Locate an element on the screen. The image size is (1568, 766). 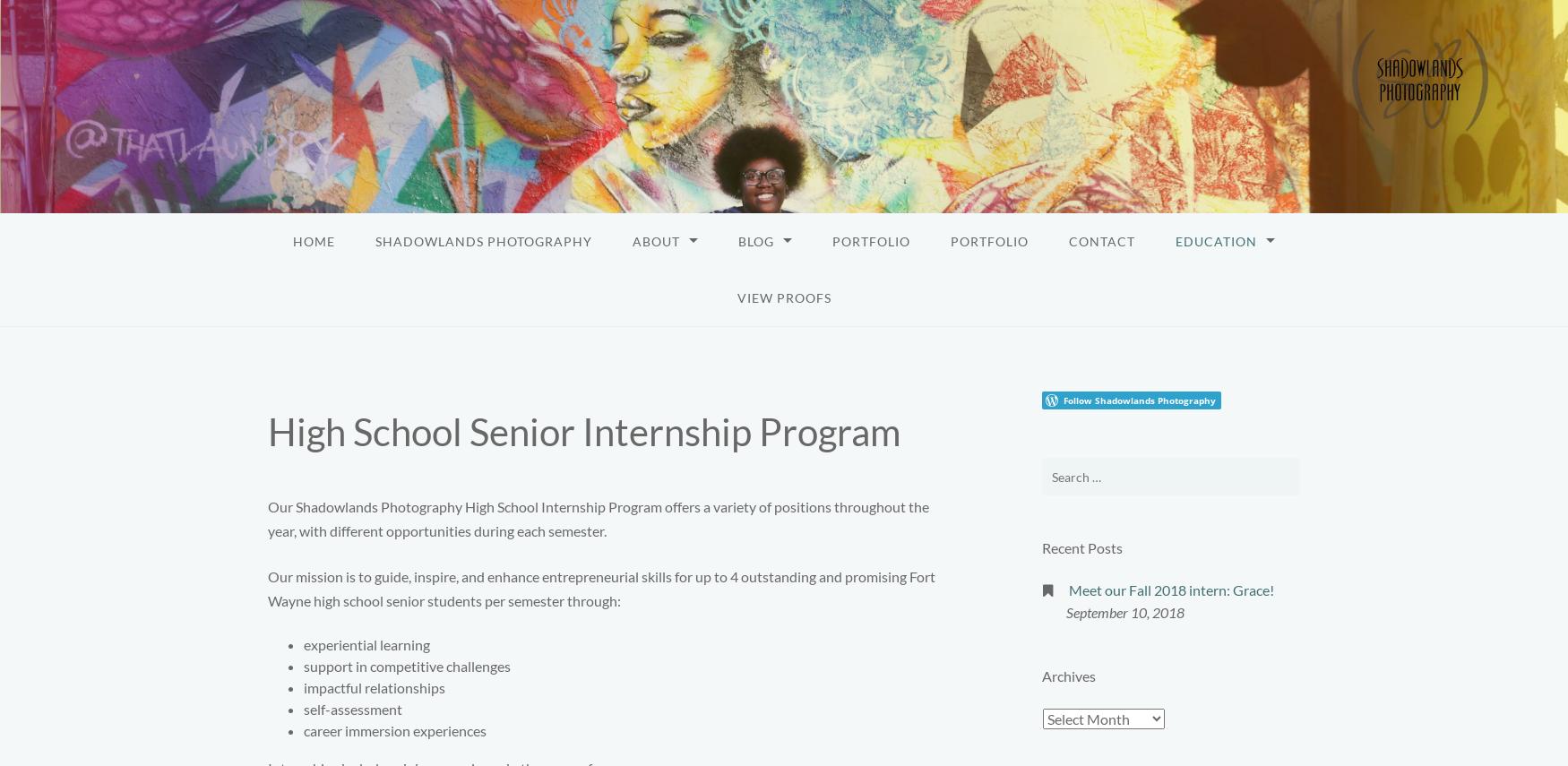
'self-assessment' is located at coordinates (351, 709).